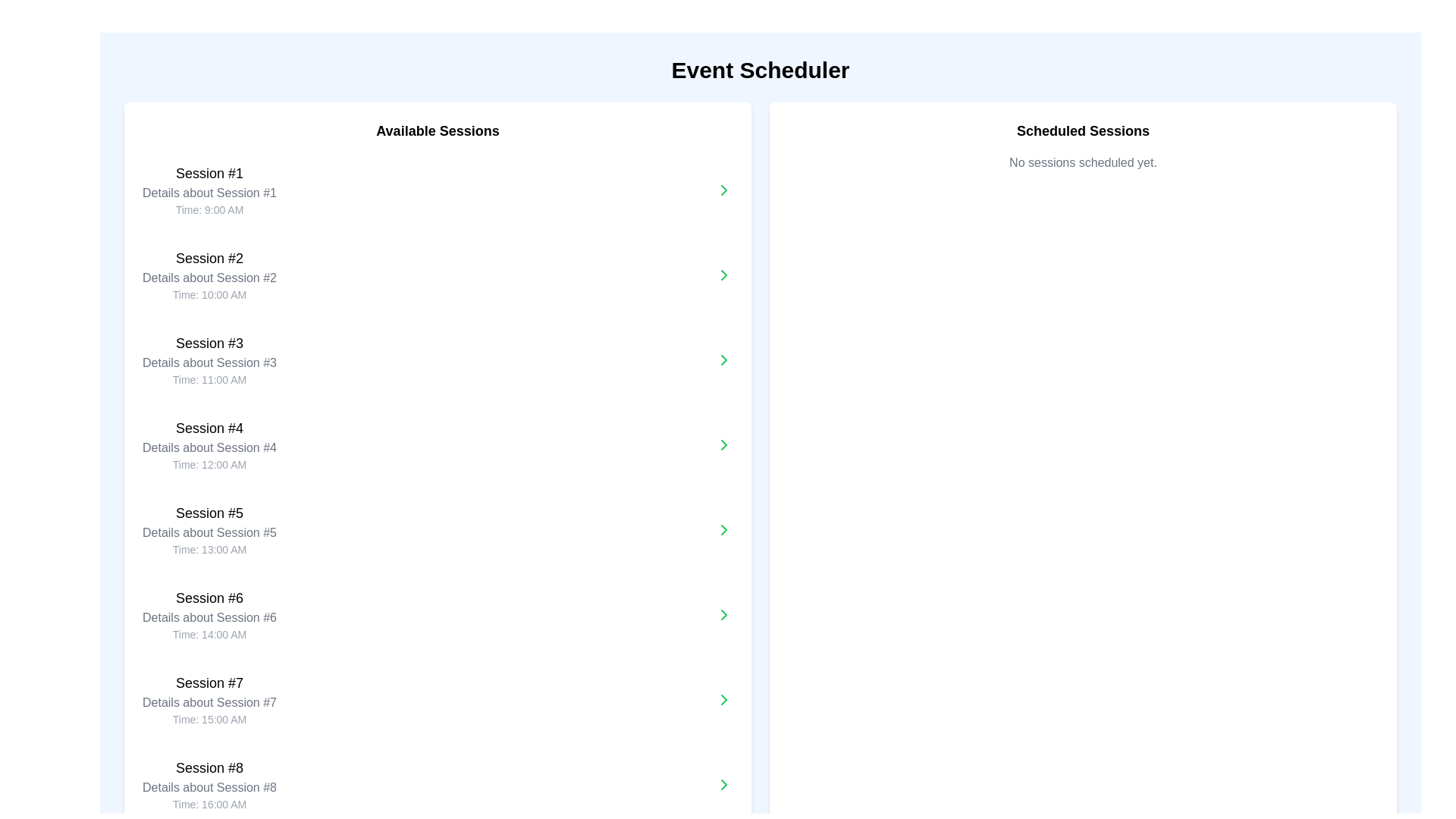 The height and width of the screenshot is (819, 1456). Describe the element at coordinates (723, 784) in the screenshot. I see `the right-pointing green chevron icon/button located at the far right of the 'Session #8' entry in the 'Available Sessions' list for keyboard navigation purposes` at that location.